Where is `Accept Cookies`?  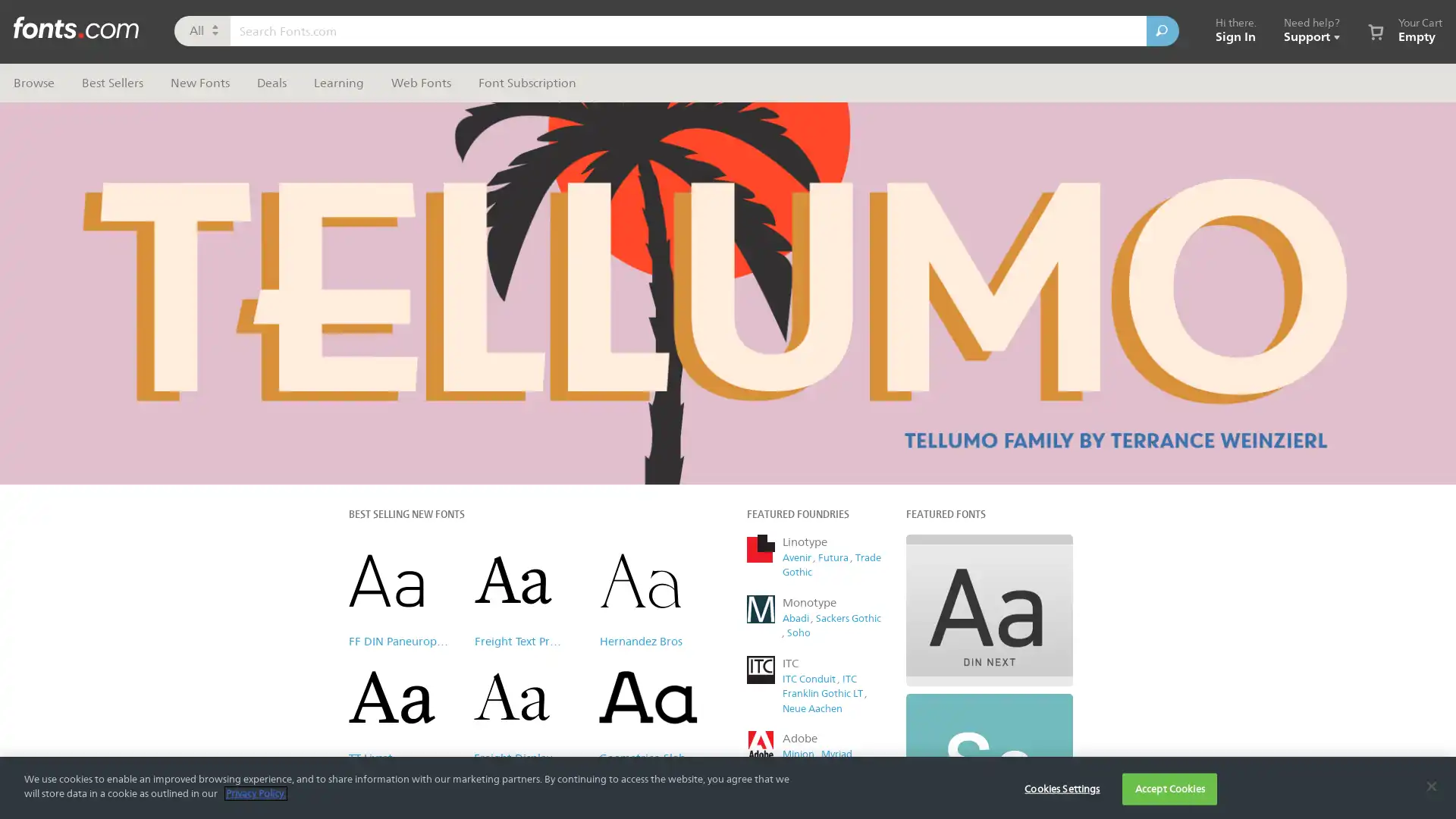 Accept Cookies is located at coordinates (1169, 788).